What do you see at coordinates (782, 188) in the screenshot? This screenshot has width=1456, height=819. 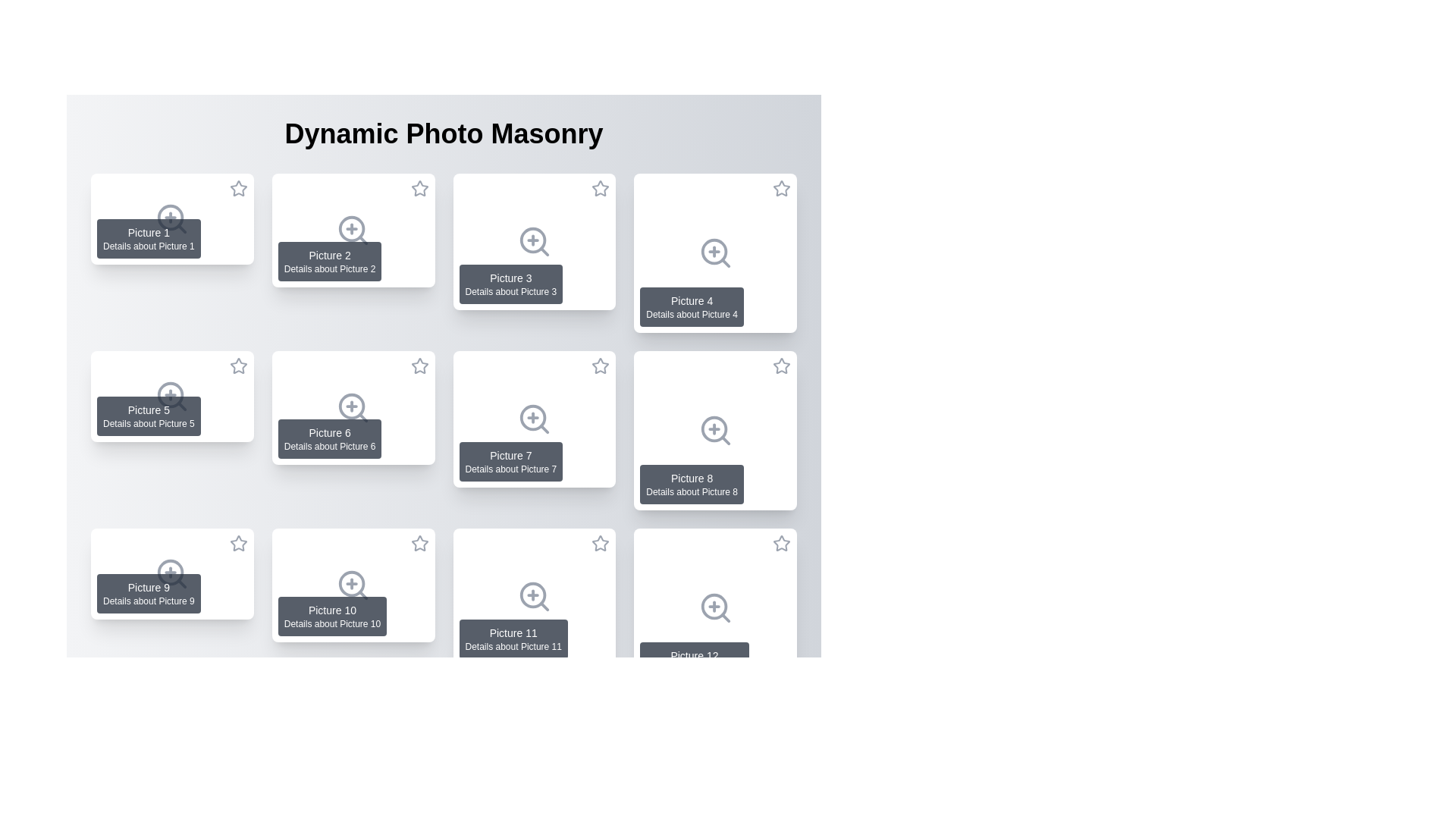 I see `the favorite button located in the top-right corner of the fourth tile labeled 'Picture 4'` at bounding box center [782, 188].